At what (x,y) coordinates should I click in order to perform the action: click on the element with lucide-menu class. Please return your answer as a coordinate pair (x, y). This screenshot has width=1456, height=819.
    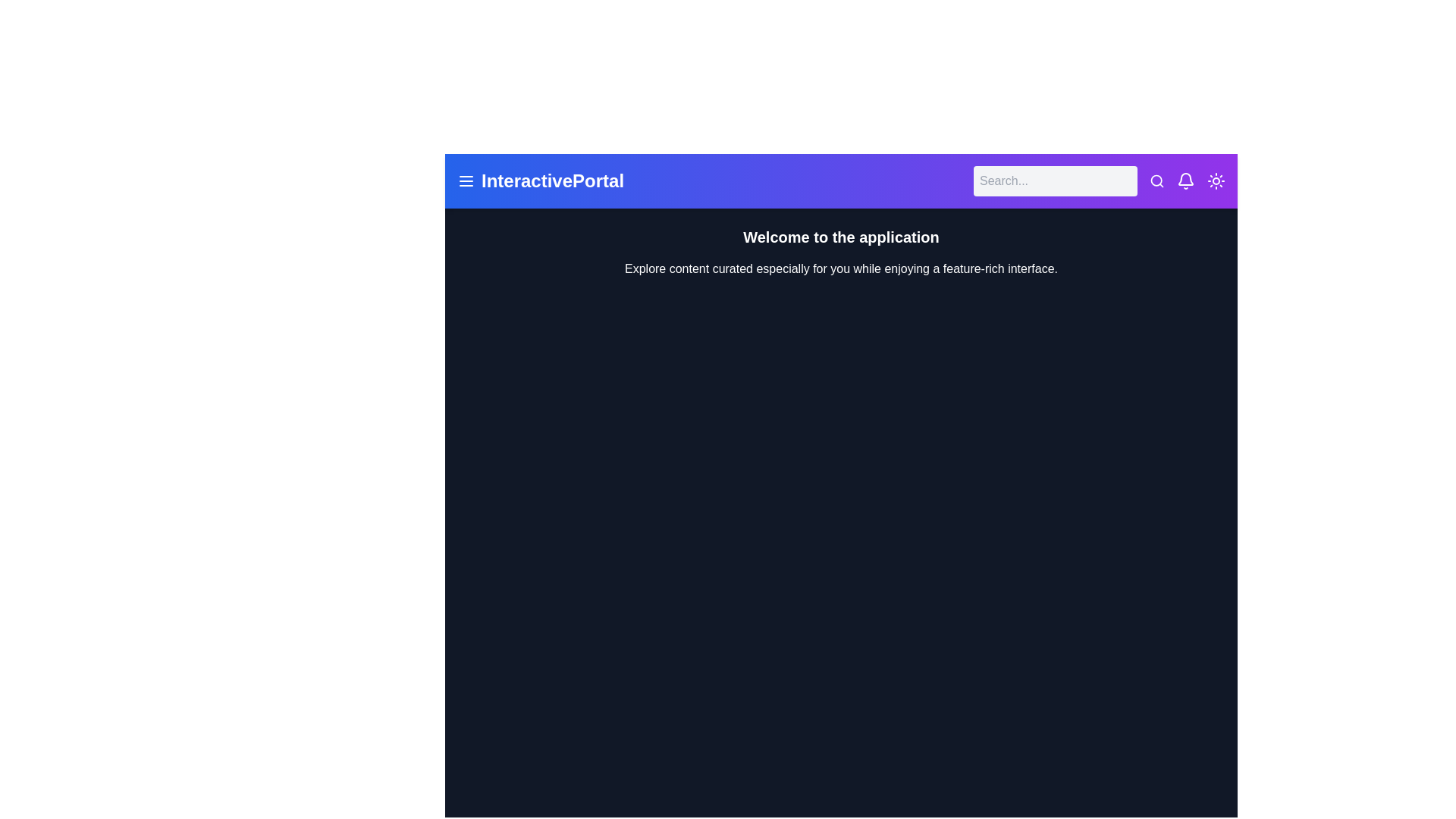
    Looking at the image, I should click on (465, 180).